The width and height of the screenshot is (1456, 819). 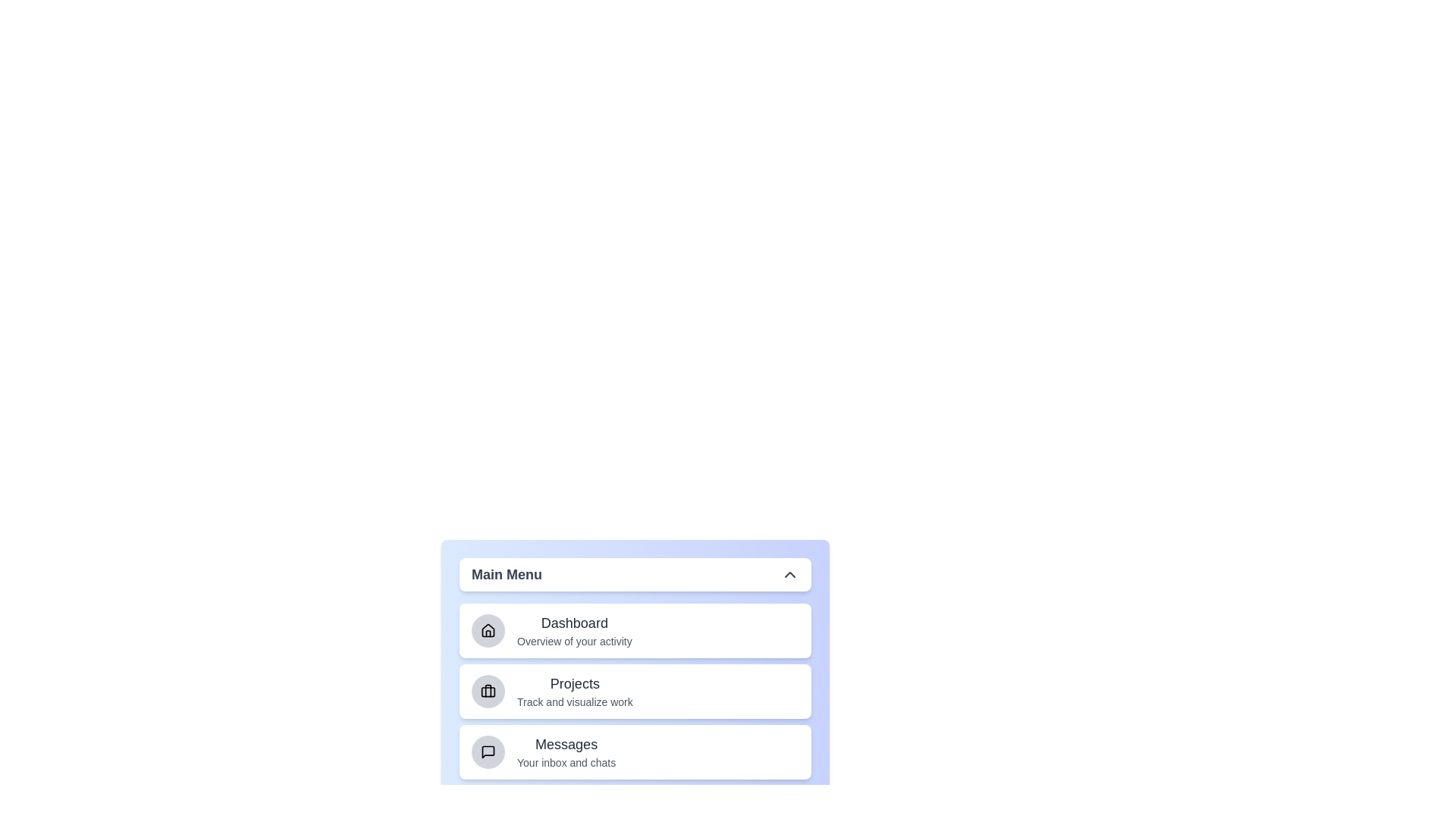 What do you see at coordinates (635, 575) in the screenshot?
I see `button labeled 'Main Menu' to toggle the menu open or closed` at bounding box center [635, 575].